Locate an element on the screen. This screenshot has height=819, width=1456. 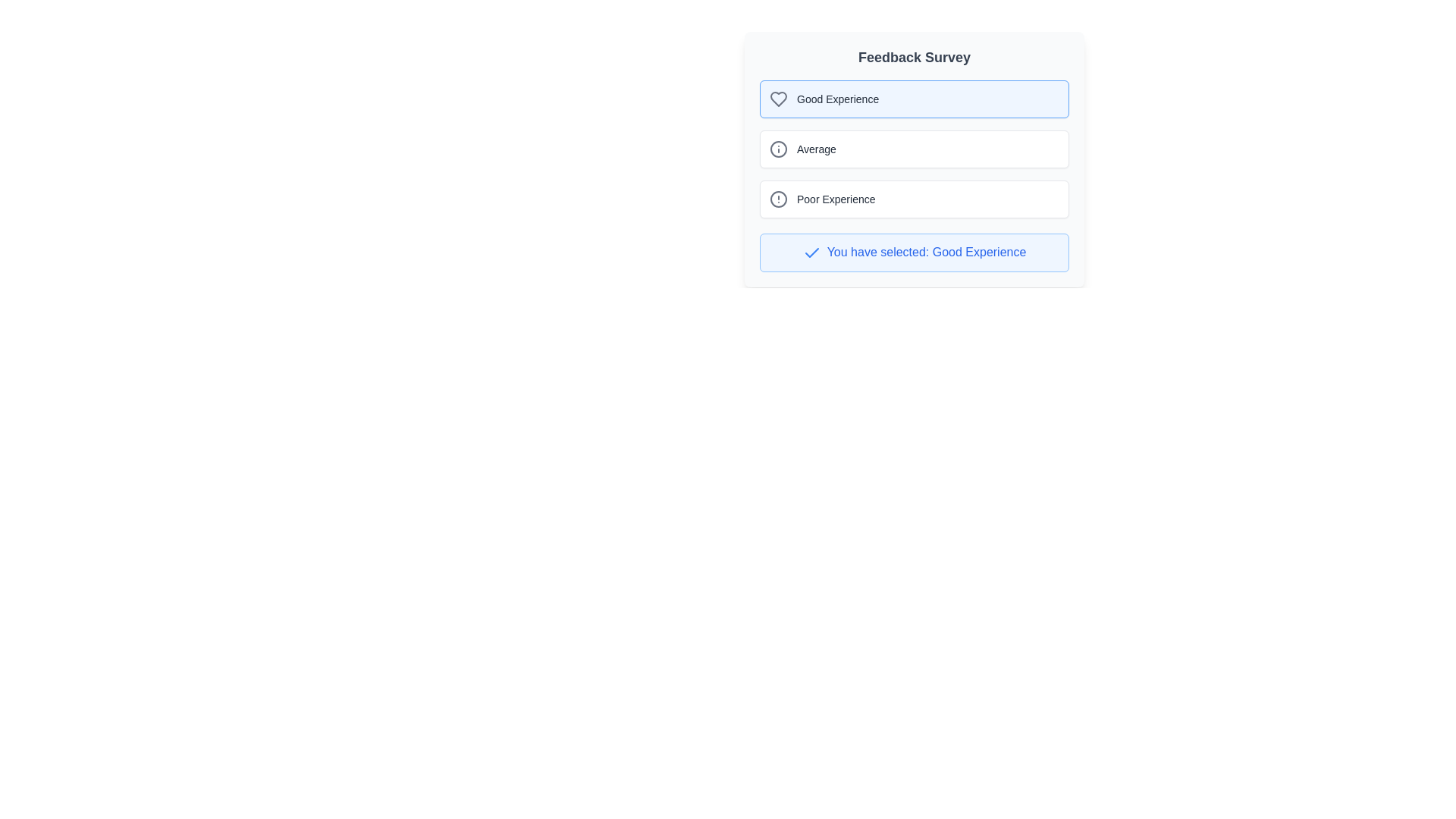
the small blue check mark icon located next to the text 'You have selected: Good Experience' within the blue-bordered card is located at coordinates (811, 252).